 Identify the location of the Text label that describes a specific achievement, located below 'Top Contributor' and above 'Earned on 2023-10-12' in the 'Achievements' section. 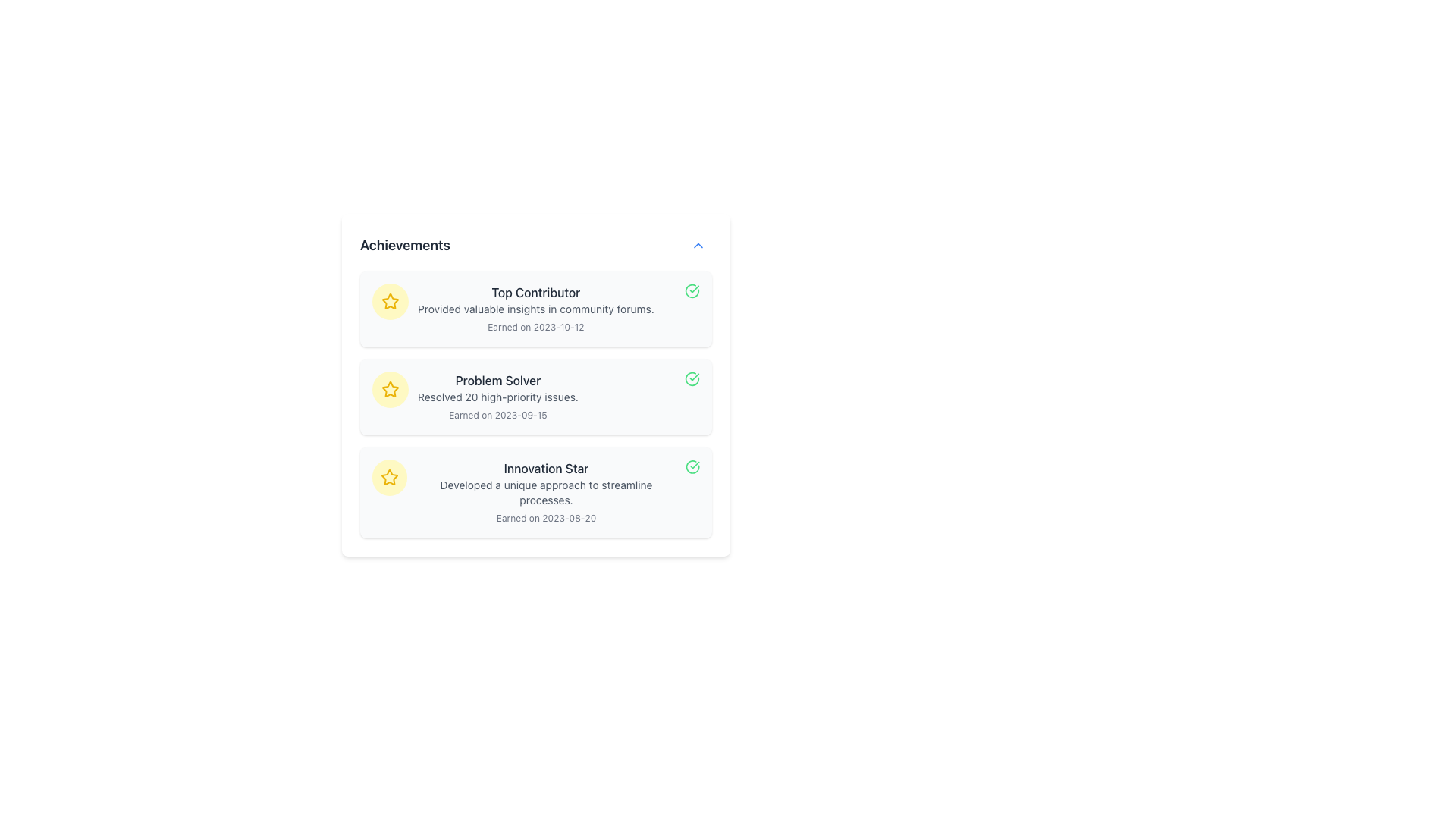
(535, 309).